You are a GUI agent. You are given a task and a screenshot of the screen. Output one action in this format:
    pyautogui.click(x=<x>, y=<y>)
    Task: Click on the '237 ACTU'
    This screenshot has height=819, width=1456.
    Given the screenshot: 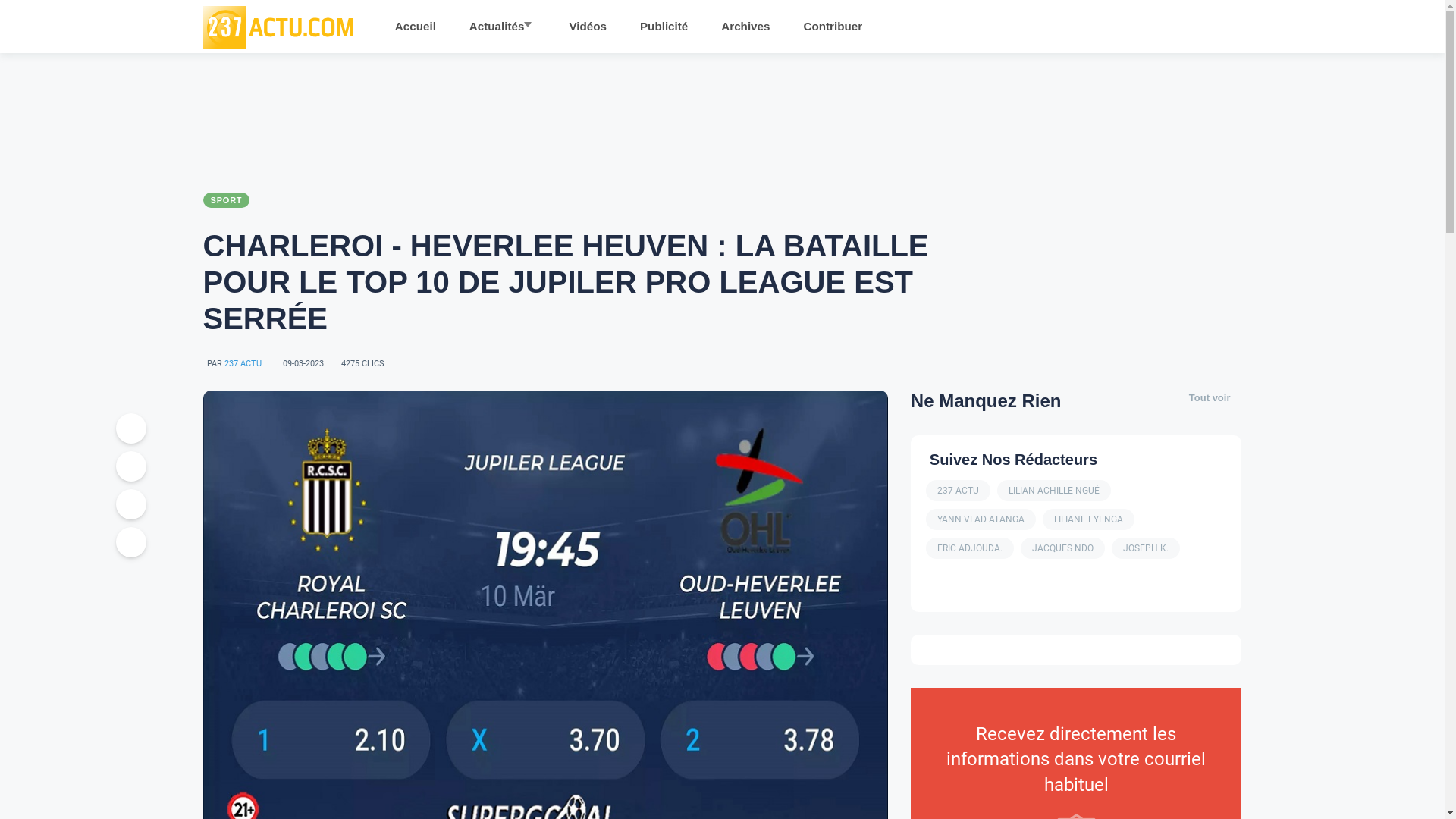 What is the action you would take?
    pyautogui.click(x=224, y=363)
    